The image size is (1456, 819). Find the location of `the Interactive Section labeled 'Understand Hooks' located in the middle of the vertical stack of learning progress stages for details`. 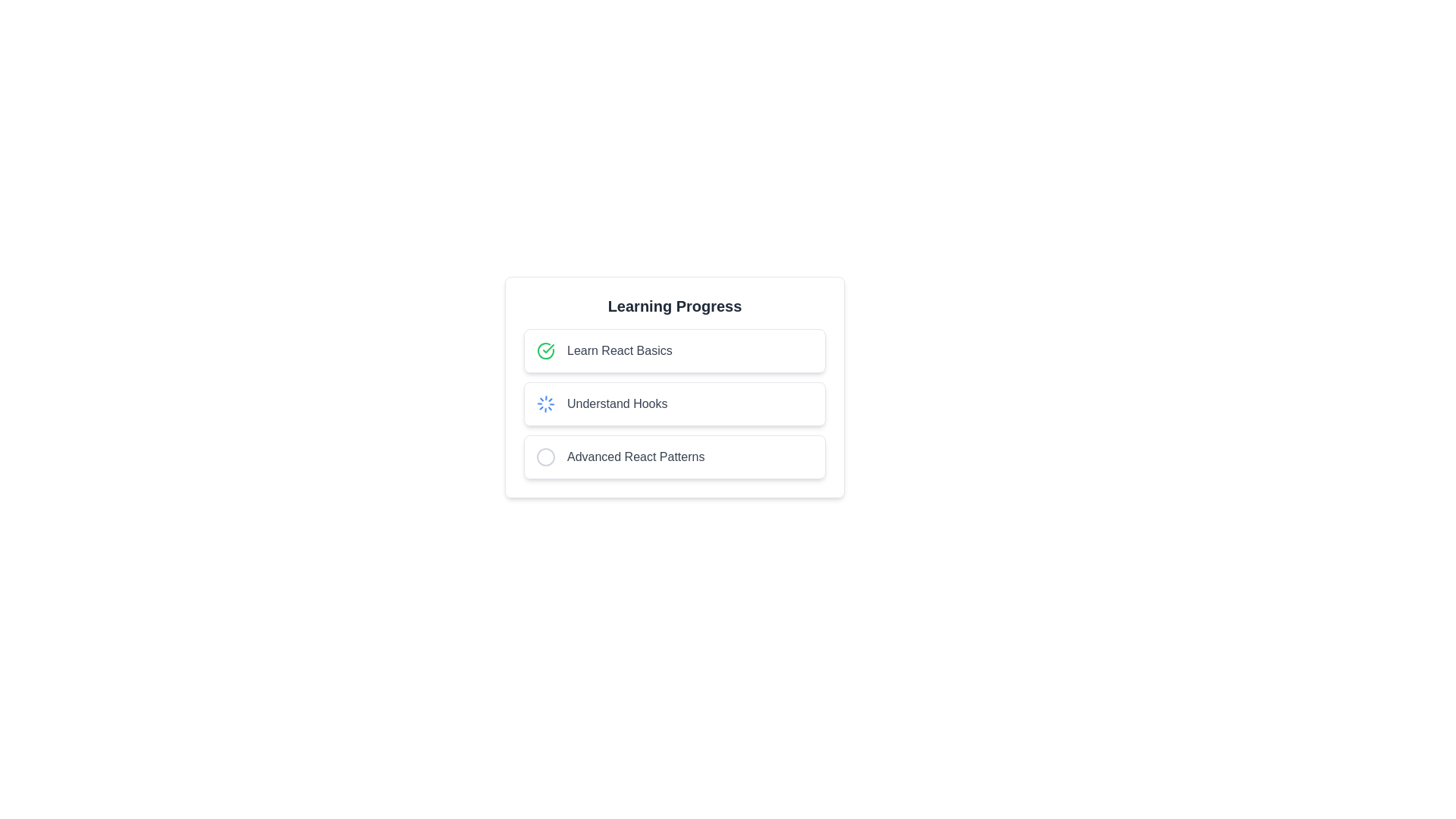

the Interactive Section labeled 'Understand Hooks' located in the middle of the vertical stack of learning progress stages for details is located at coordinates (673, 403).